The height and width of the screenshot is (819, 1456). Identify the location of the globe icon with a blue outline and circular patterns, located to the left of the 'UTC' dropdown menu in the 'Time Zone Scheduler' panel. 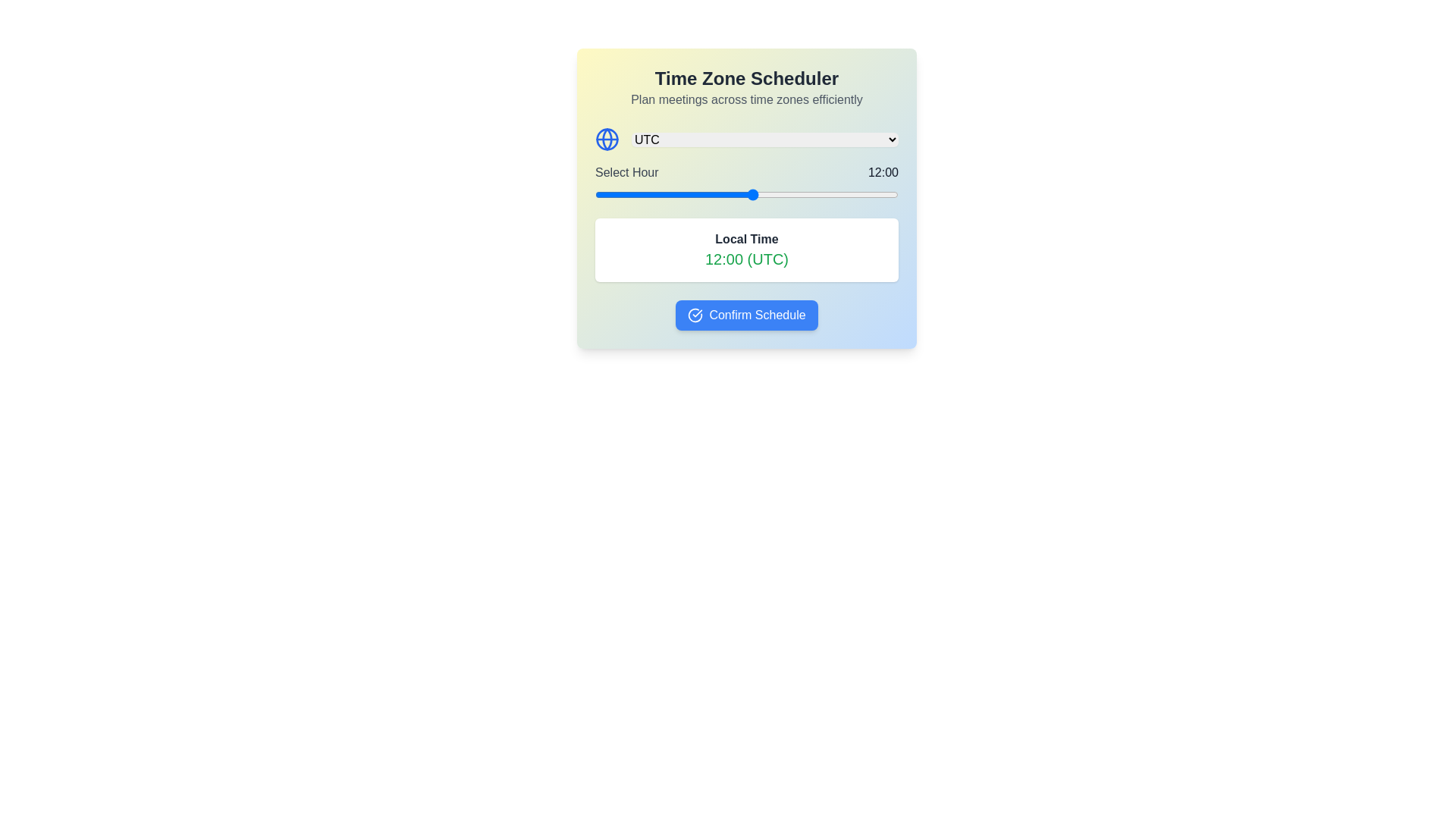
(607, 140).